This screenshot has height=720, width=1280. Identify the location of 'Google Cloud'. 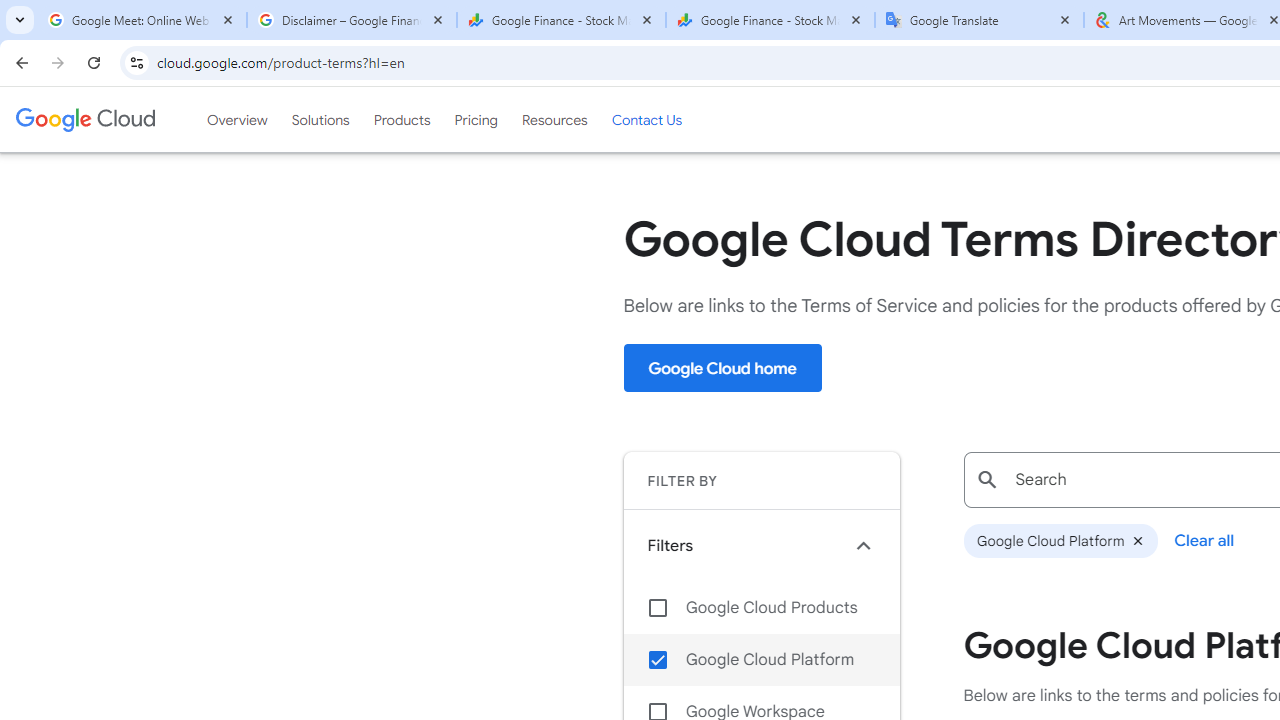
(84, 119).